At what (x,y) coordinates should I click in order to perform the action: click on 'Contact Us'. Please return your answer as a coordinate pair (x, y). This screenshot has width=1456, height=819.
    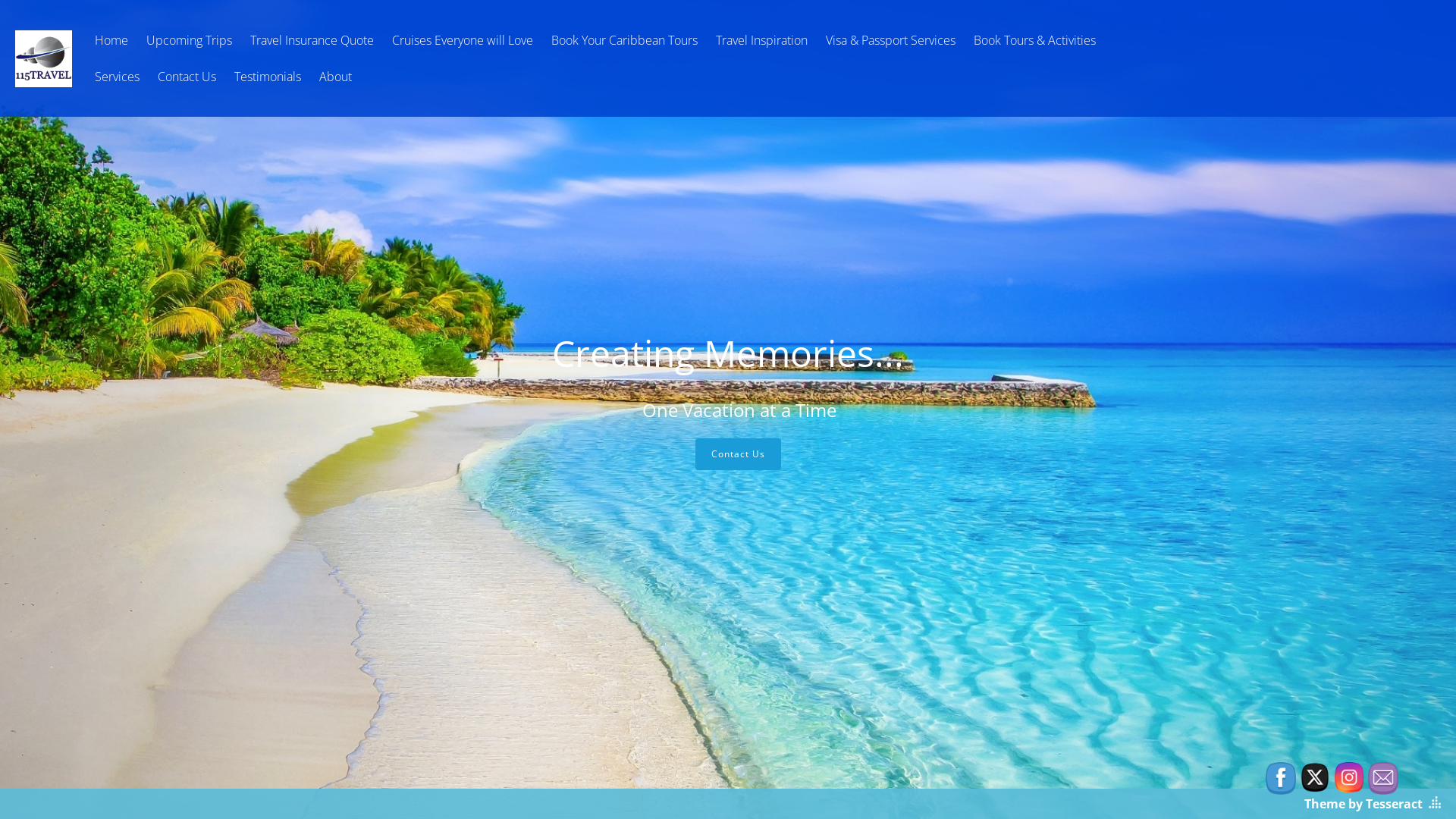
    Looking at the image, I should click on (737, 453).